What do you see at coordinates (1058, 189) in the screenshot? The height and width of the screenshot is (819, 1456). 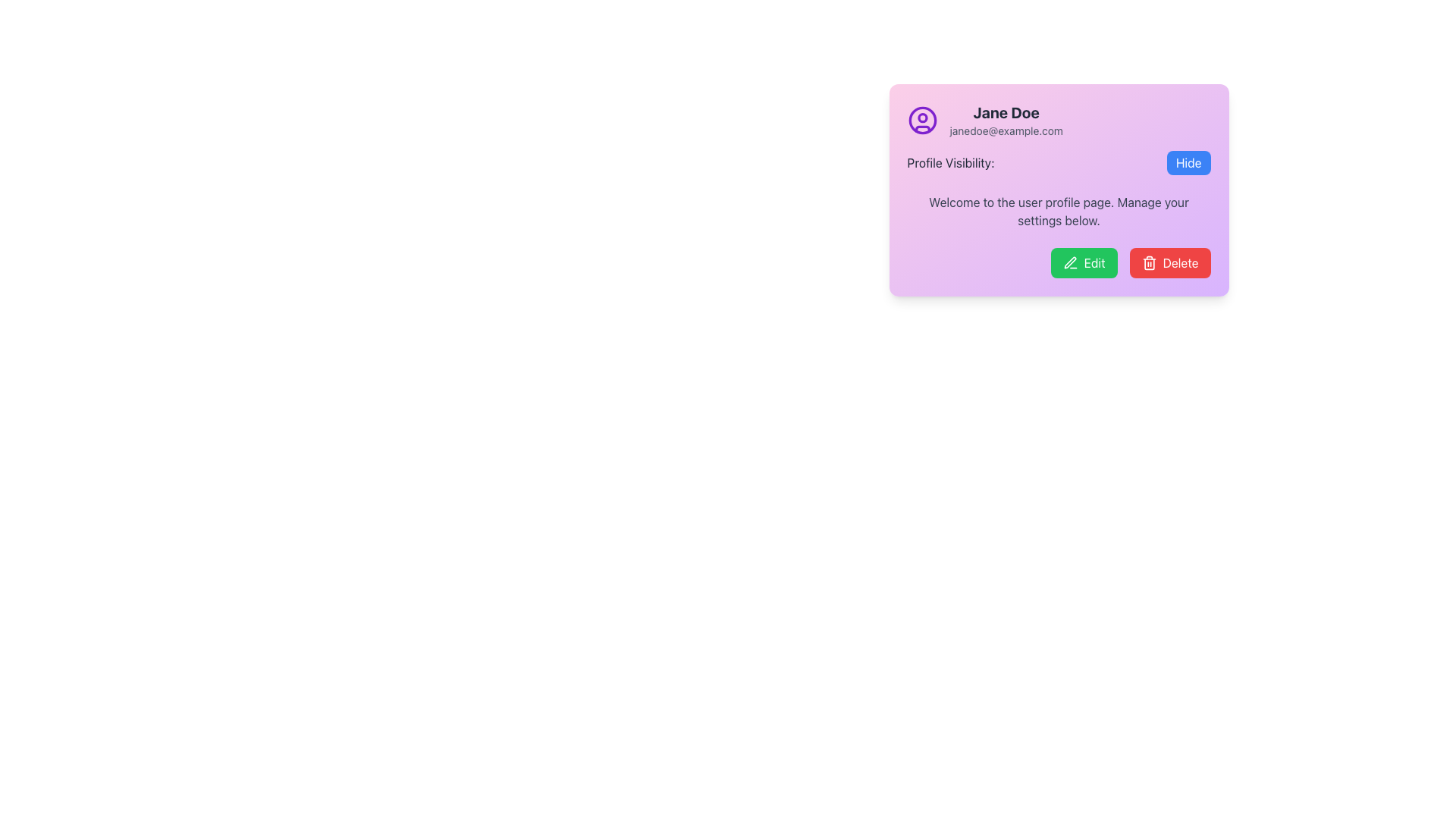 I see `introductory text displayed in the user profile card, which states 'Welcome to the user profile page. Manage your settings below.'` at bounding box center [1058, 189].